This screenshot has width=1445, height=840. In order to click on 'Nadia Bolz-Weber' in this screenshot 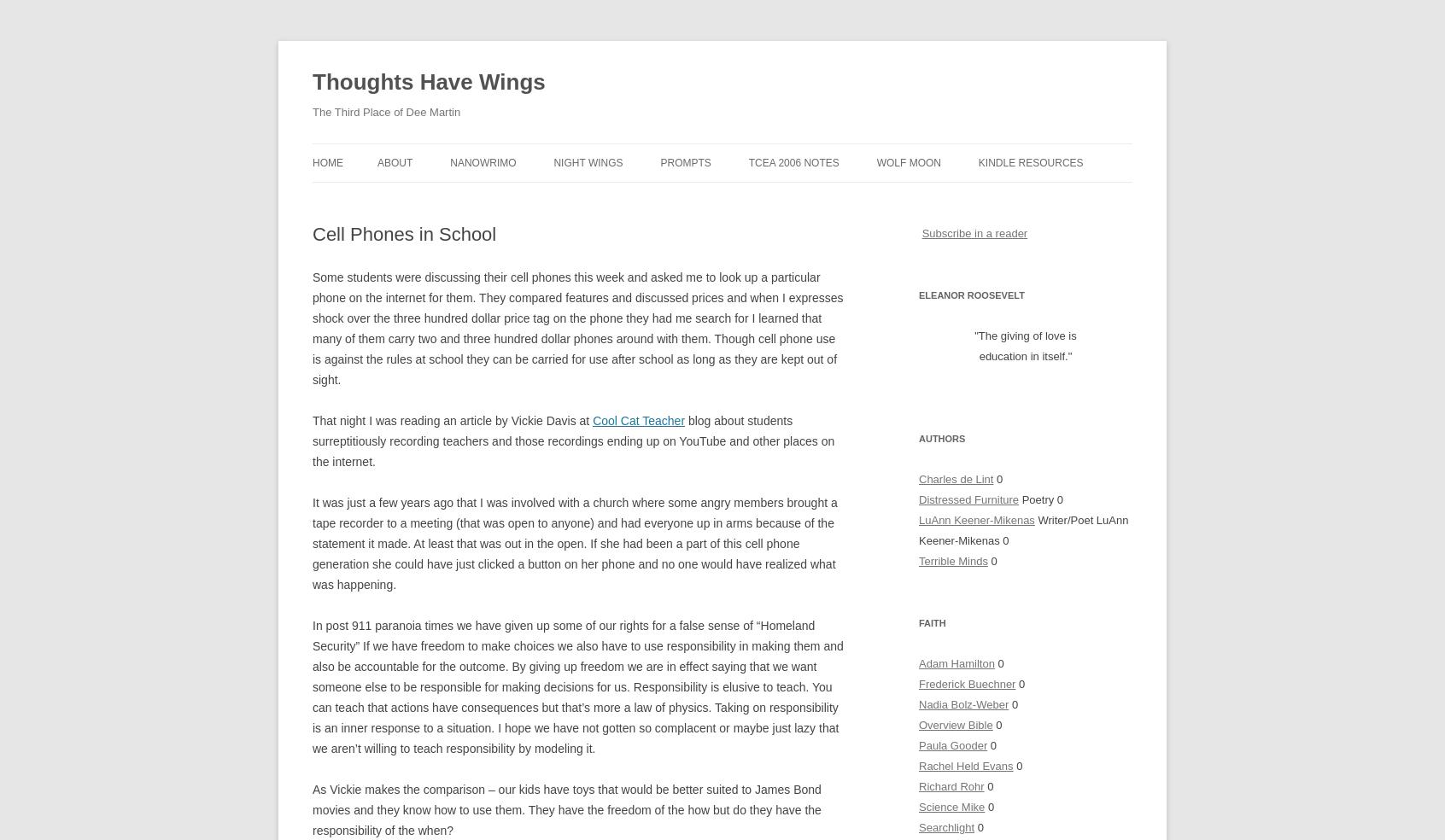, I will do `click(963, 703)`.